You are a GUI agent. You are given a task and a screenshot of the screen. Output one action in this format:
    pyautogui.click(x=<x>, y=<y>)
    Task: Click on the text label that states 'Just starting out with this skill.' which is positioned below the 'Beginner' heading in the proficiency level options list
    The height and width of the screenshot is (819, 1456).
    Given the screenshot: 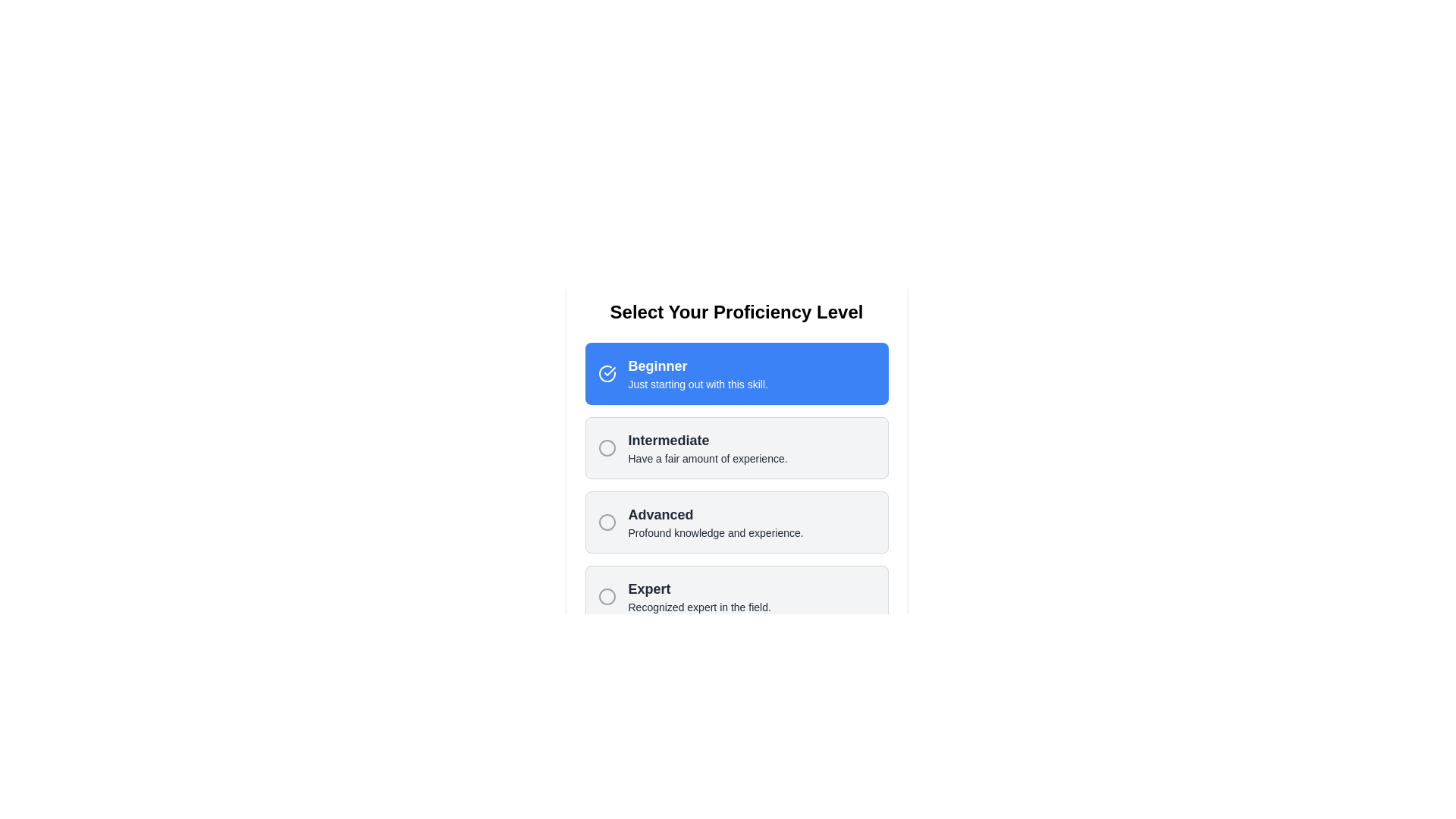 What is the action you would take?
    pyautogui.click(x=697, y=383)
    